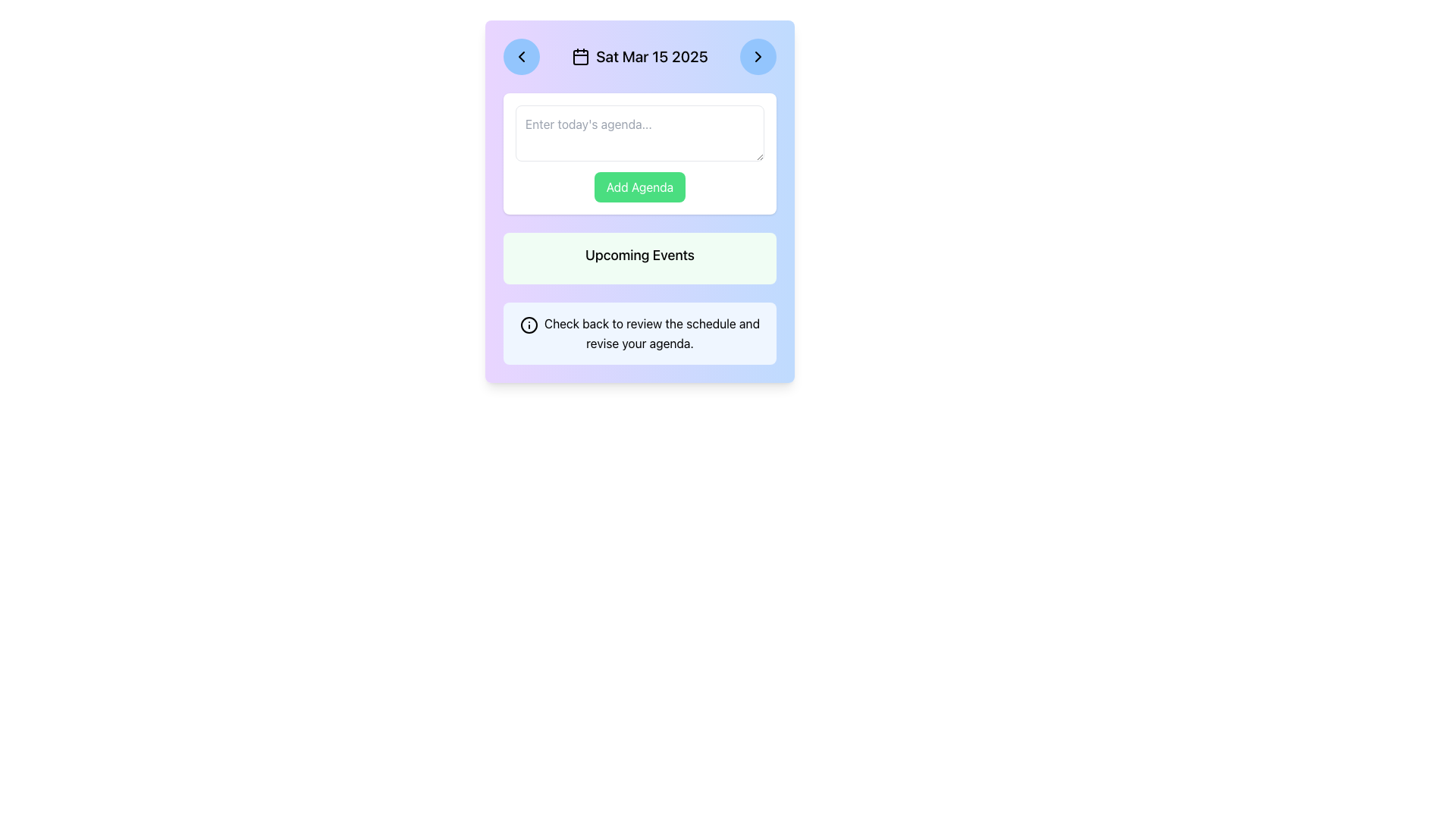 Image resolution: width=1456 pixels, height=819 pixels. Describe the element at coordinates (640, 257) in the screenshot. I see `the light green rectangular Static Label/Informational Block containing the text 'Upcoming Events'` at that location.